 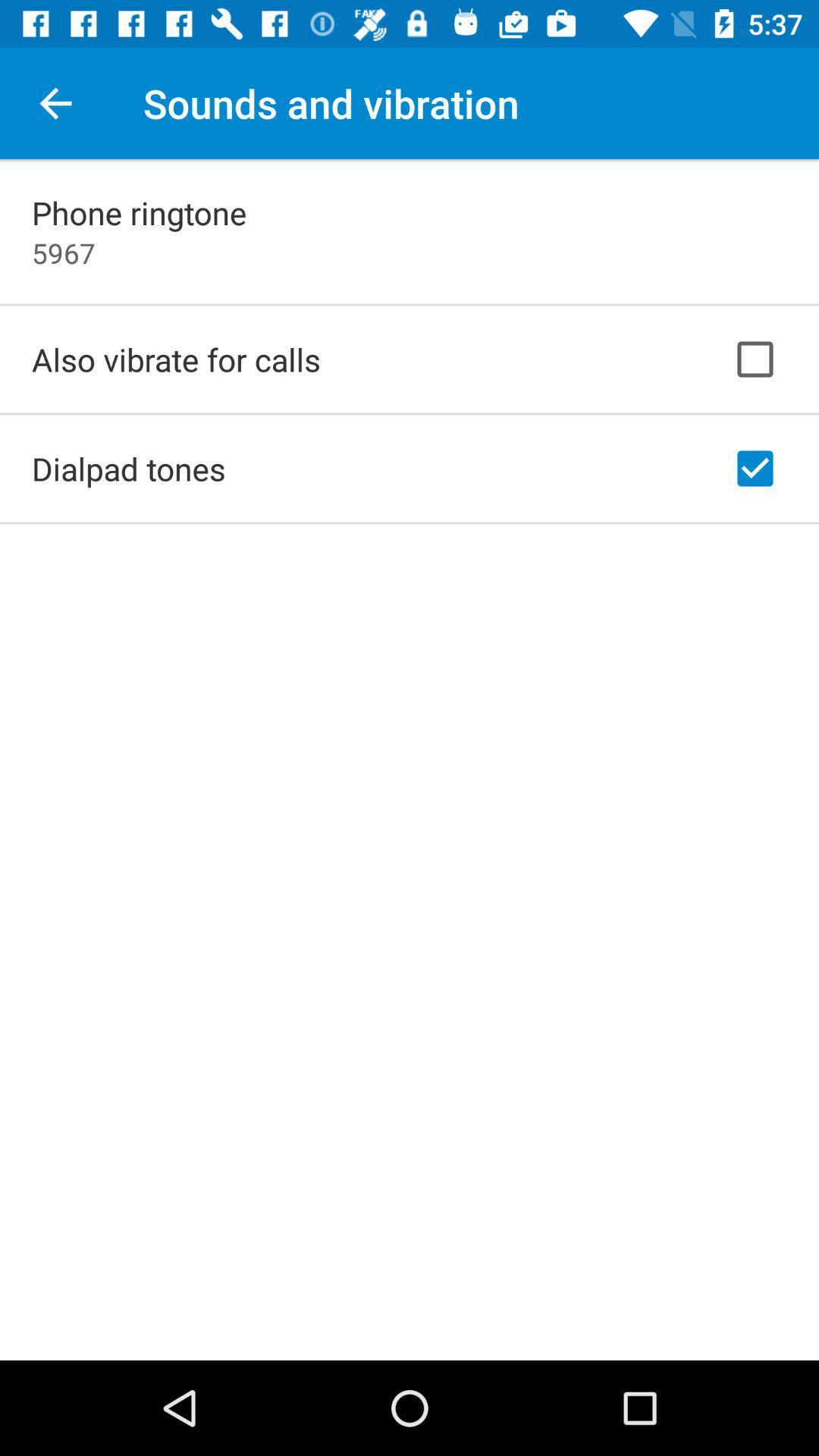 I want to click on the phone ringtone, so click(x=139, y=212).